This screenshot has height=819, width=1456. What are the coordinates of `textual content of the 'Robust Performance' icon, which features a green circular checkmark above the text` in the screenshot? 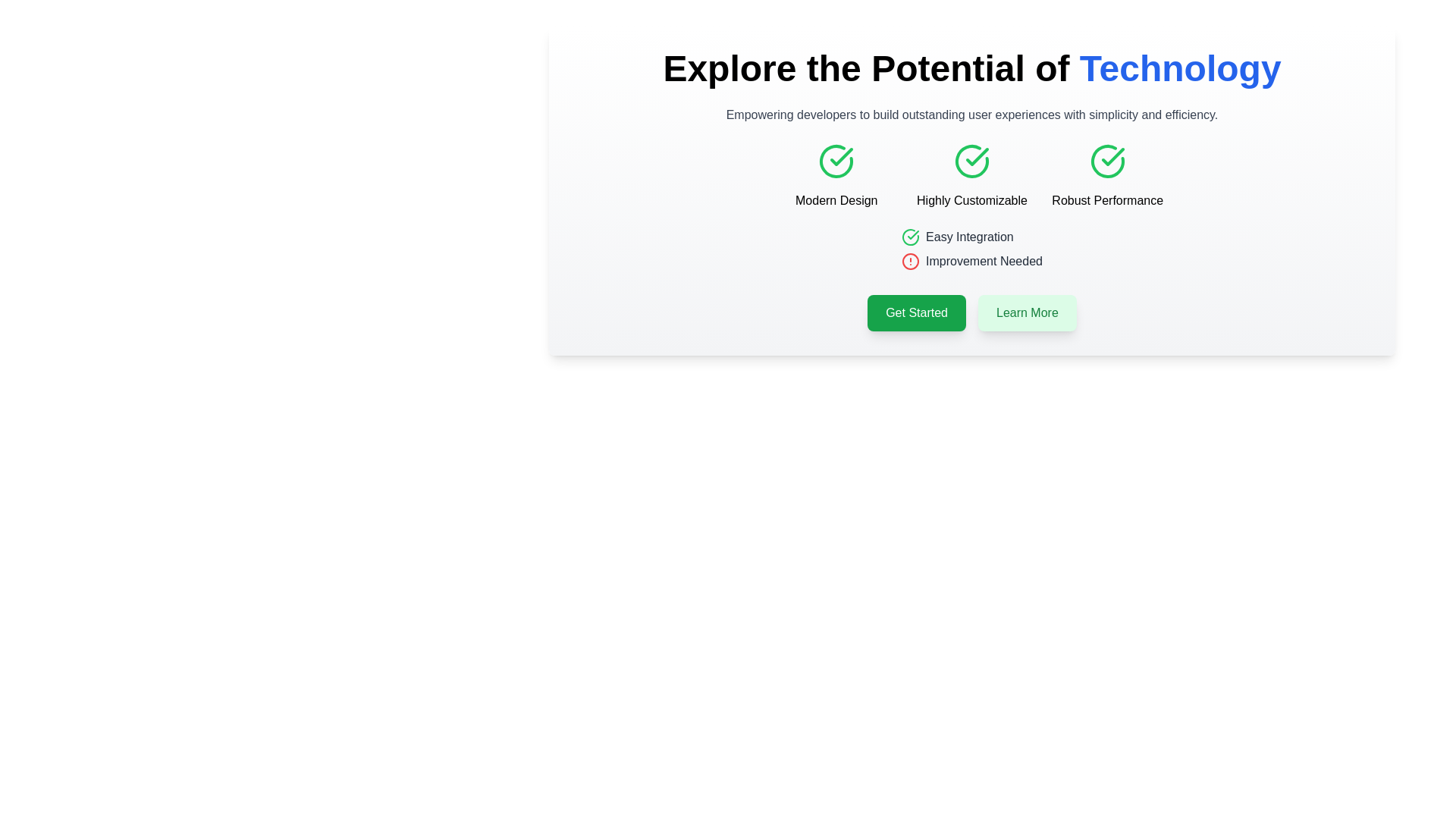 It's located at (1107, 175).